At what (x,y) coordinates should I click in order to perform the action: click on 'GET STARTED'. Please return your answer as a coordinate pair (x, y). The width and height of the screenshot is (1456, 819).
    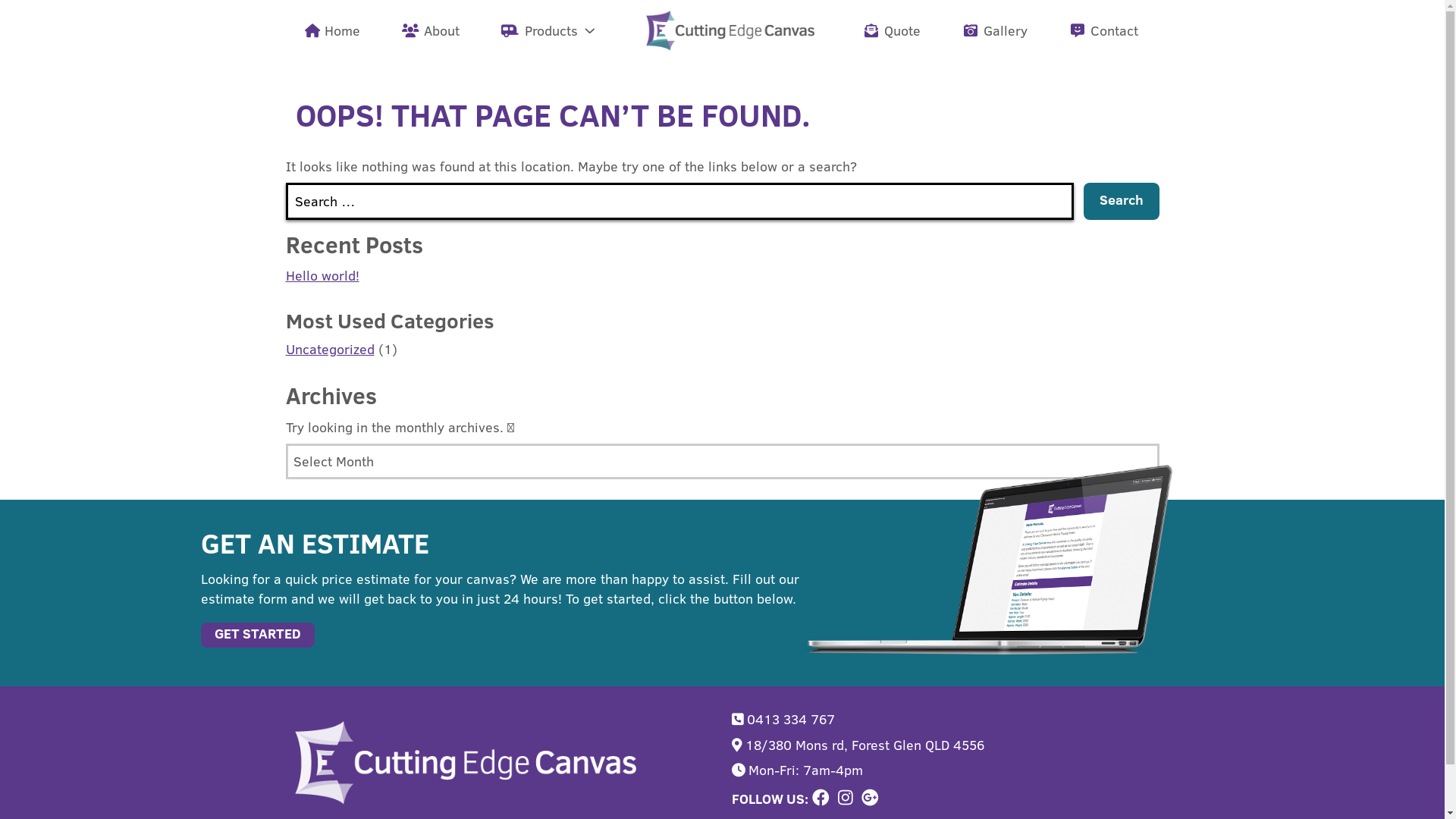
    Looking at the image, I should click on (257, 635).